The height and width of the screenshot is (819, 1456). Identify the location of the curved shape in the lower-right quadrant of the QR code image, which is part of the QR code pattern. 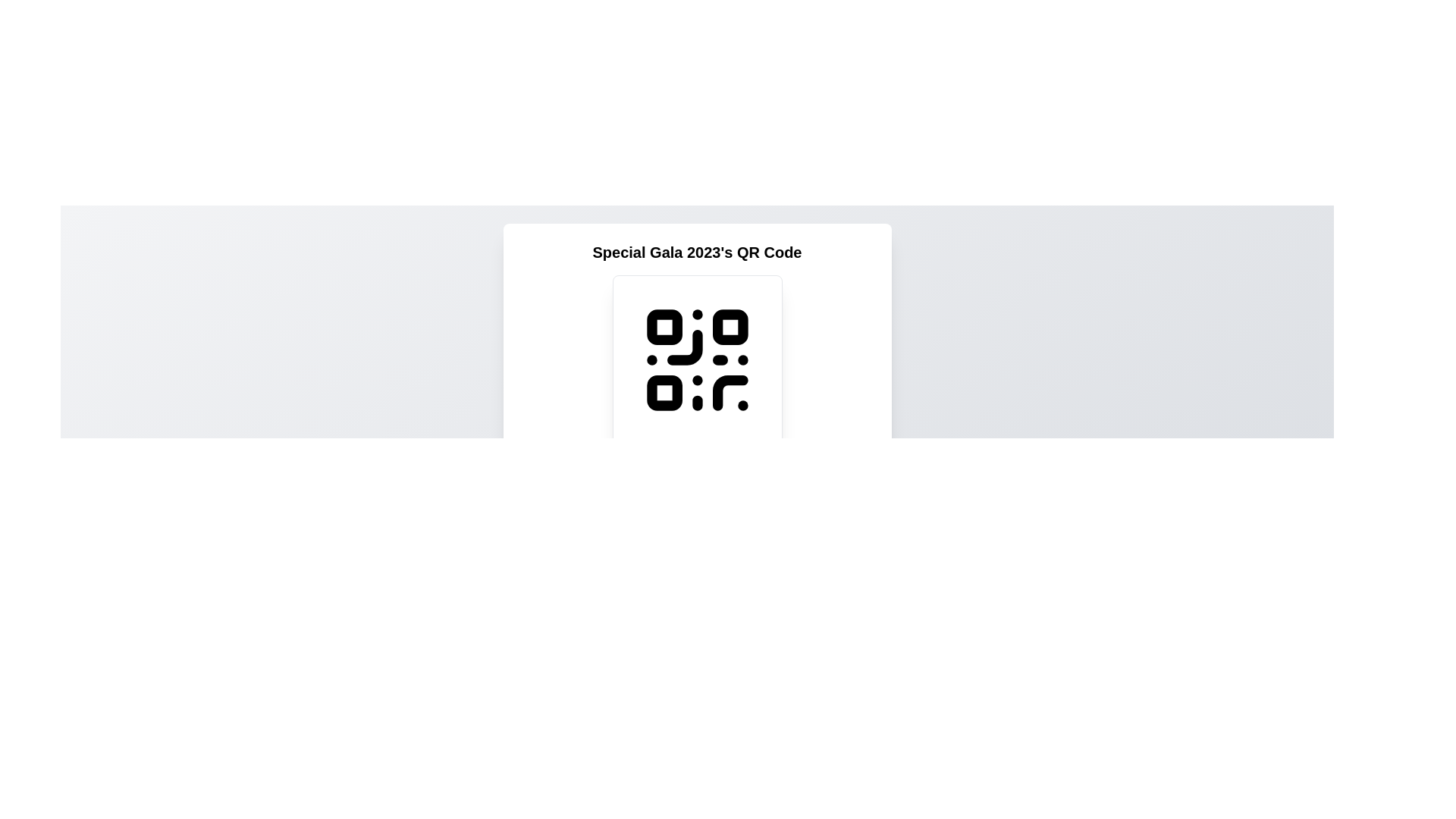
(730, 392).